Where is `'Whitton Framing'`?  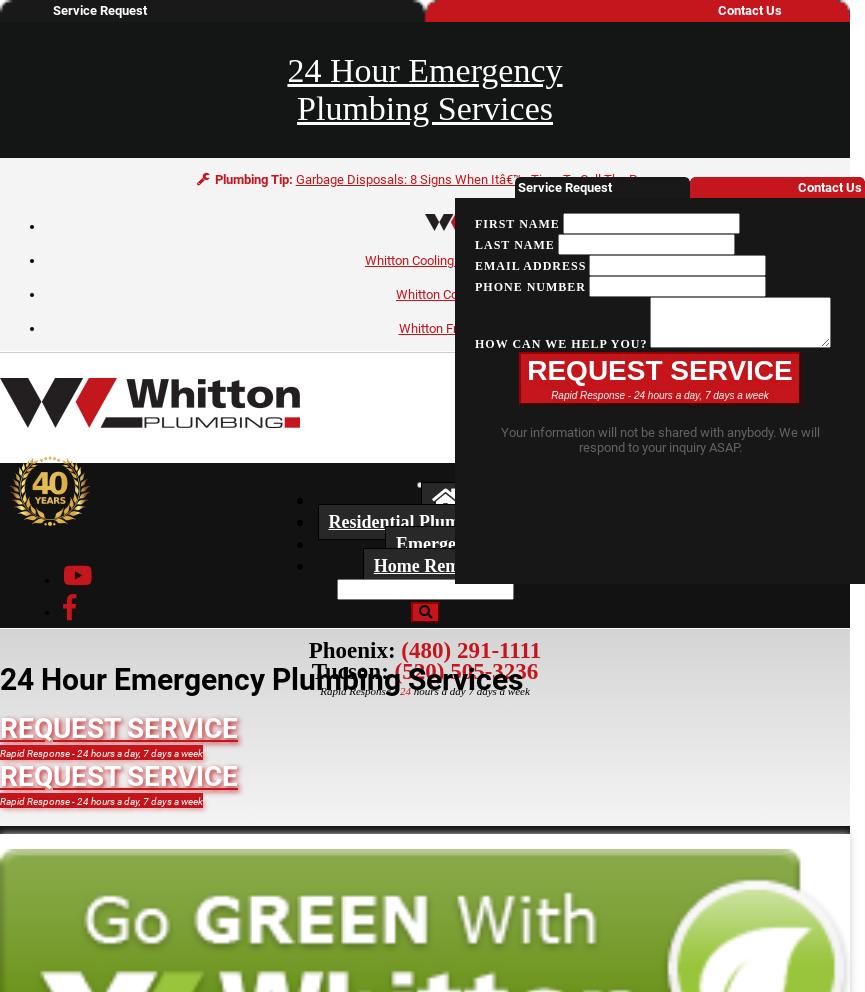
'Whitton Framing' is located at coordinates (397, 328).